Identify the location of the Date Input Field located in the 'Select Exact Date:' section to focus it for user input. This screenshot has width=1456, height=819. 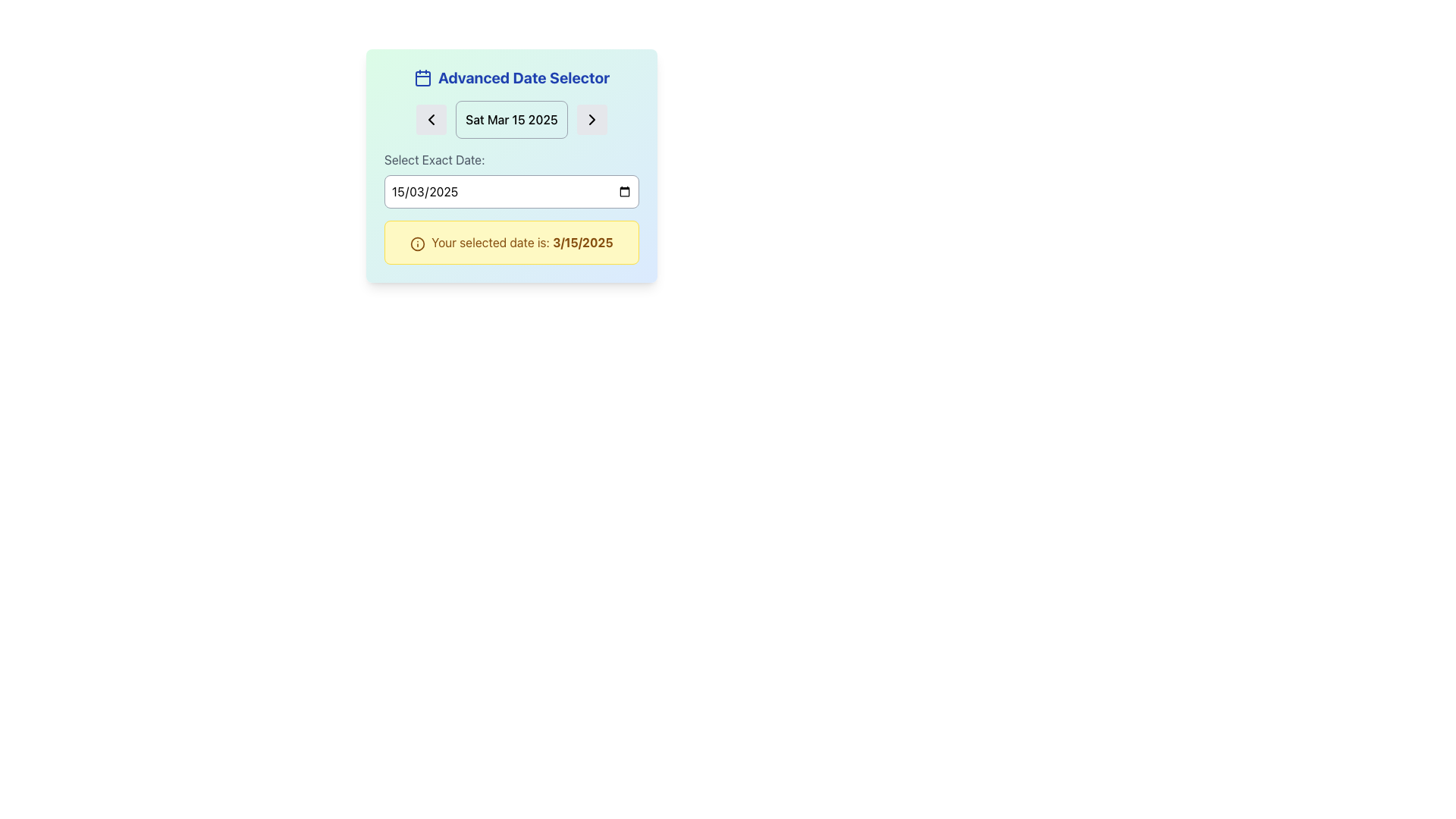
(512, 191).